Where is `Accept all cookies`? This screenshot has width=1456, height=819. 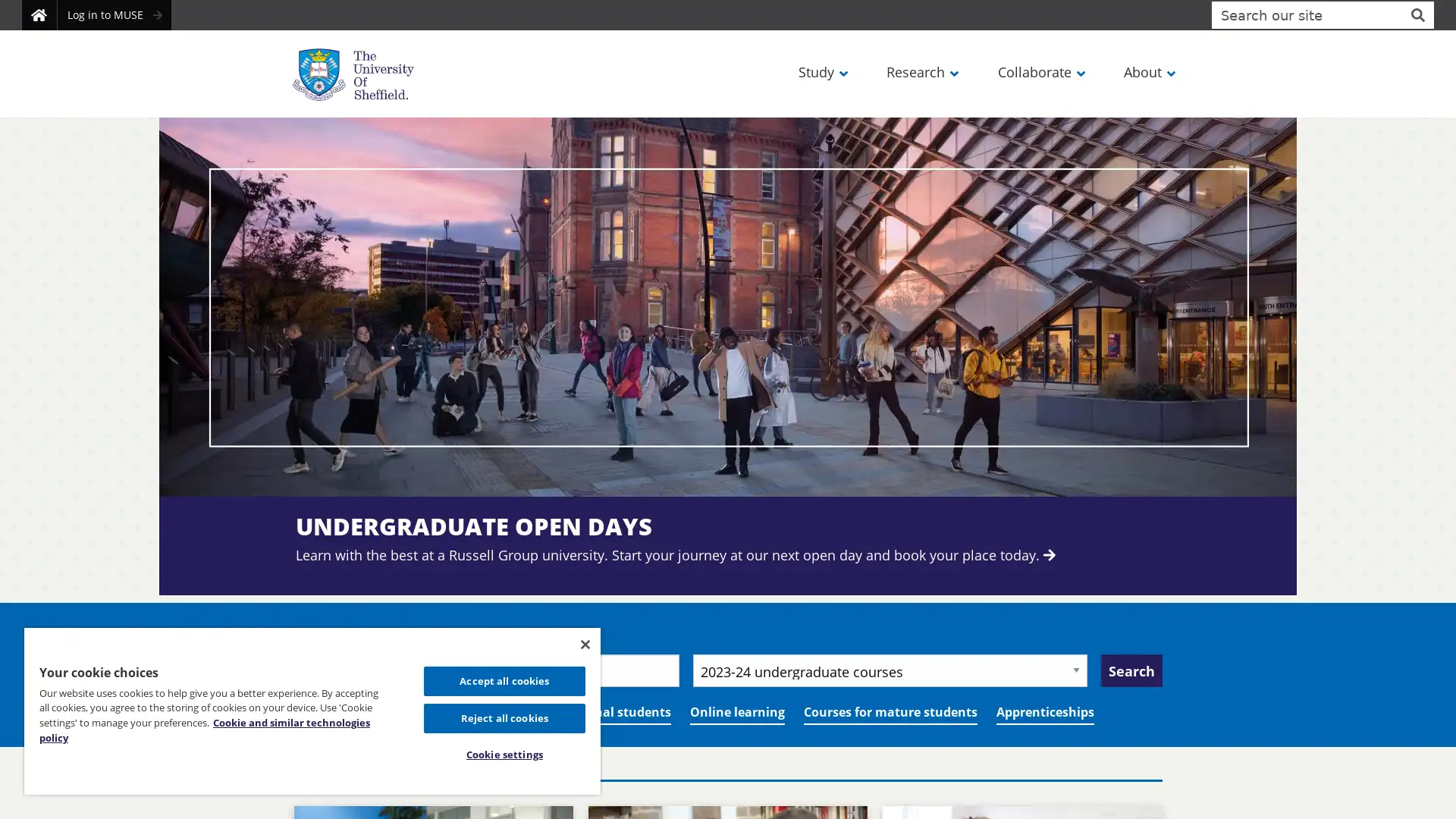 Accept all cookies is located at coordinates (504, 679).